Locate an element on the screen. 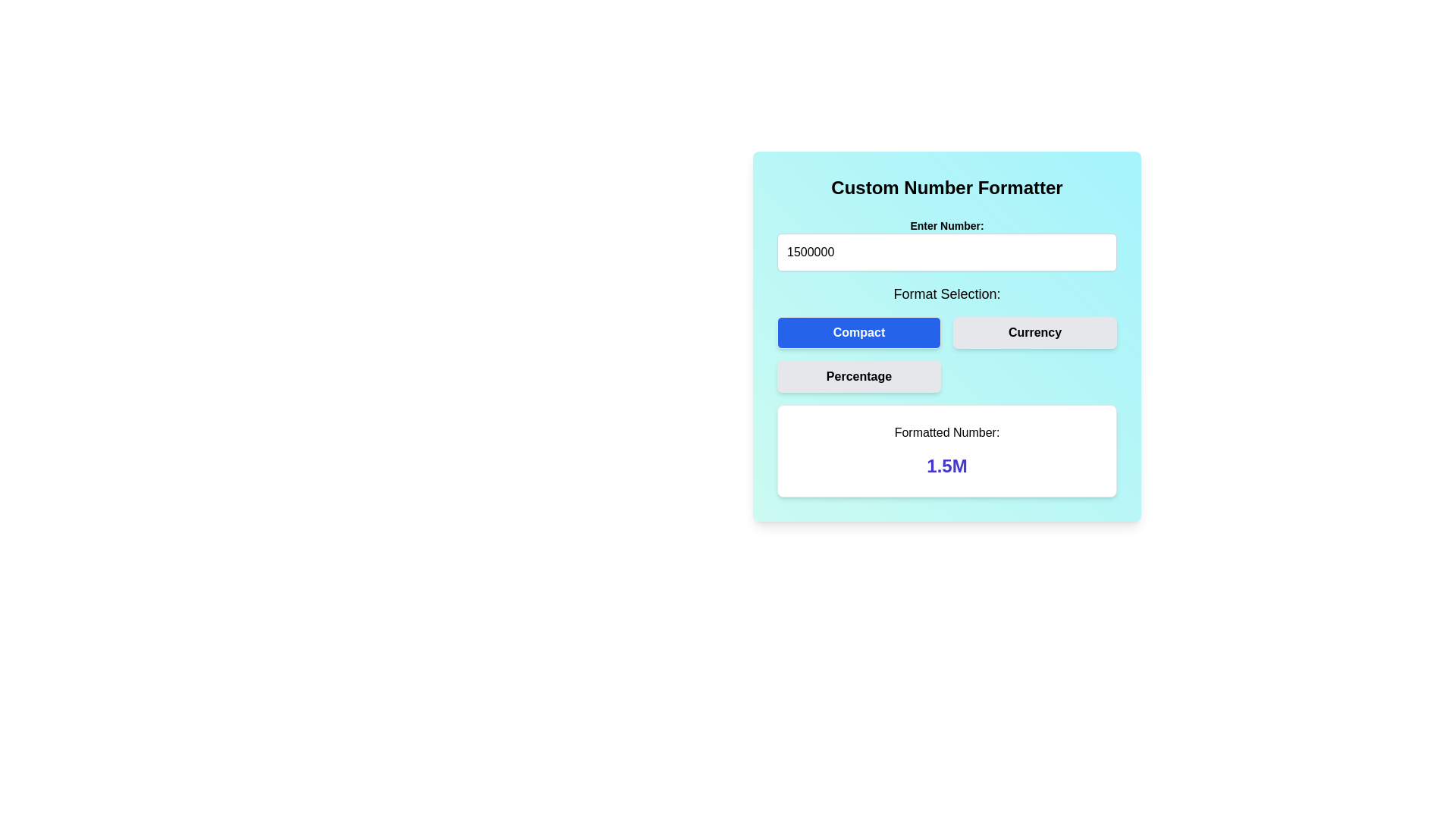  the Static text section displaying the formatted number '1.5M', which is emphasized in a larger, bold indigo font, located below the 'Format Selection' section is located at coordinates (946, 450).